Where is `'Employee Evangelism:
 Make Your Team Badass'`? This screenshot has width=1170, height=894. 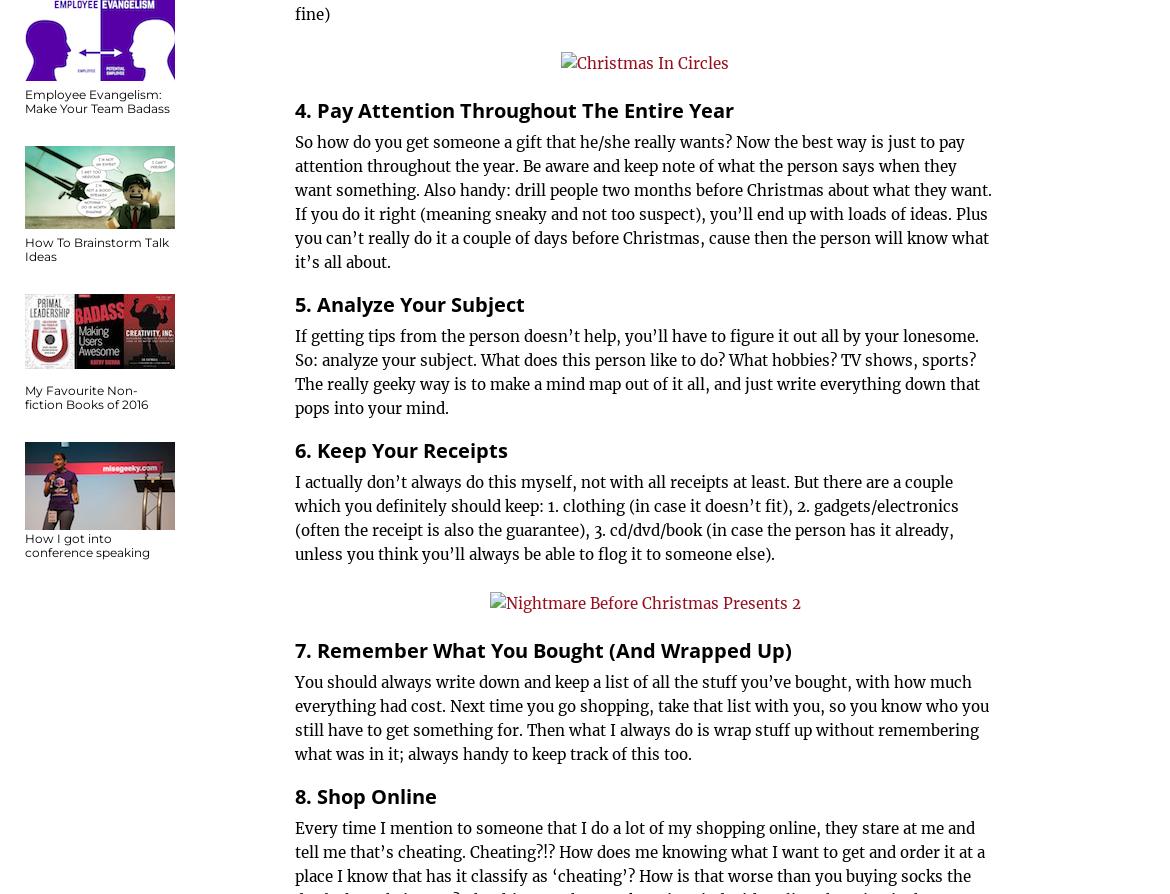
'Employee Evangelism:
 Make Your Team Badass' is located at coordinates (97, 101).